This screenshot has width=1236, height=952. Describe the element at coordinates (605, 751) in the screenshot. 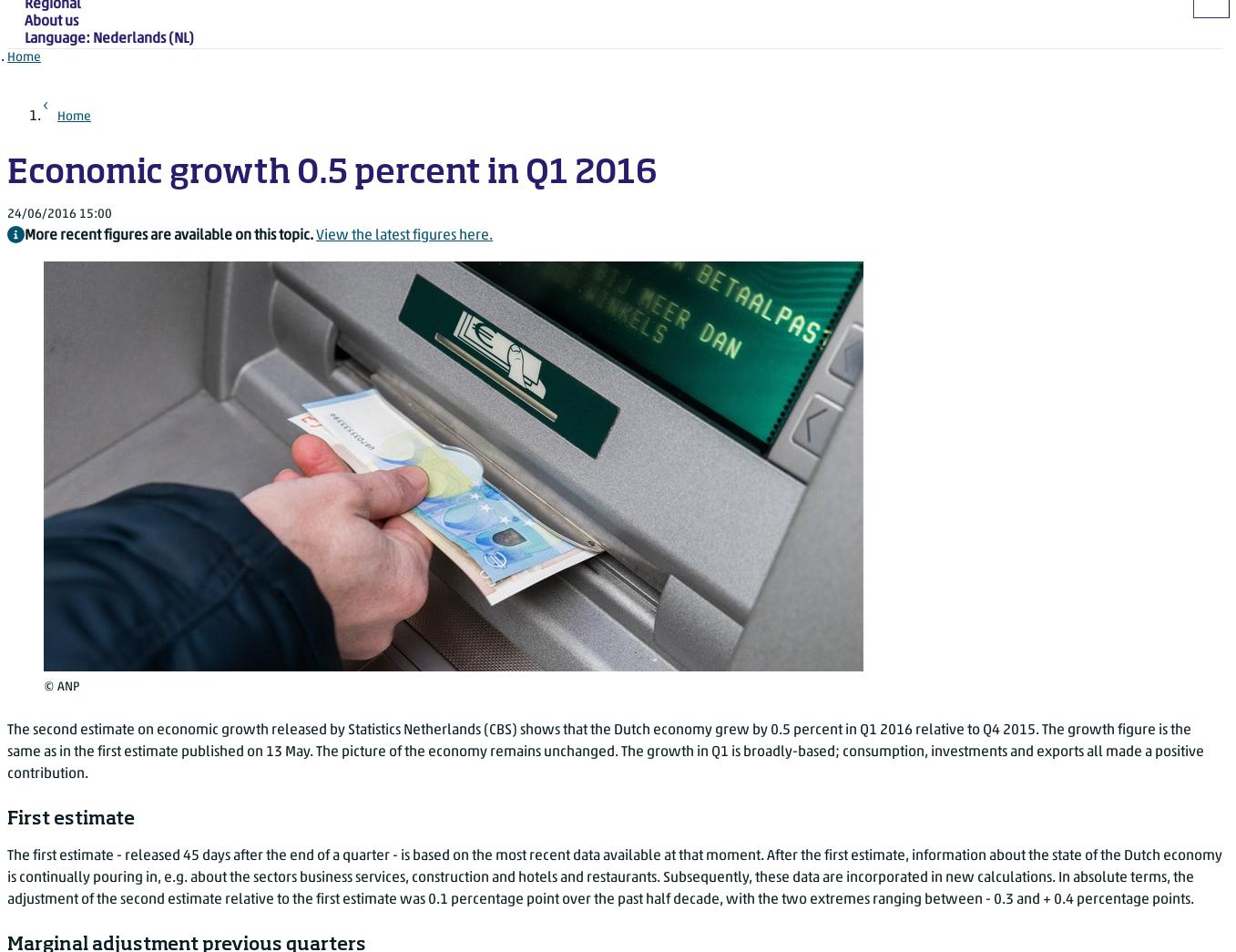

I see `'The second estimate on economic growth released by Statistics Netherlands (CBS) shows that the Dutch economy grew by 0.5 percent in Q1 2016 relative to Q4 2015. The growth figure is the same as in the first estimate published on 13 May. The picture of the economy remains unchanged. The growth in Q1 is broadly-based; consumption, investments and exports all made a positive contribution.'` at that location.